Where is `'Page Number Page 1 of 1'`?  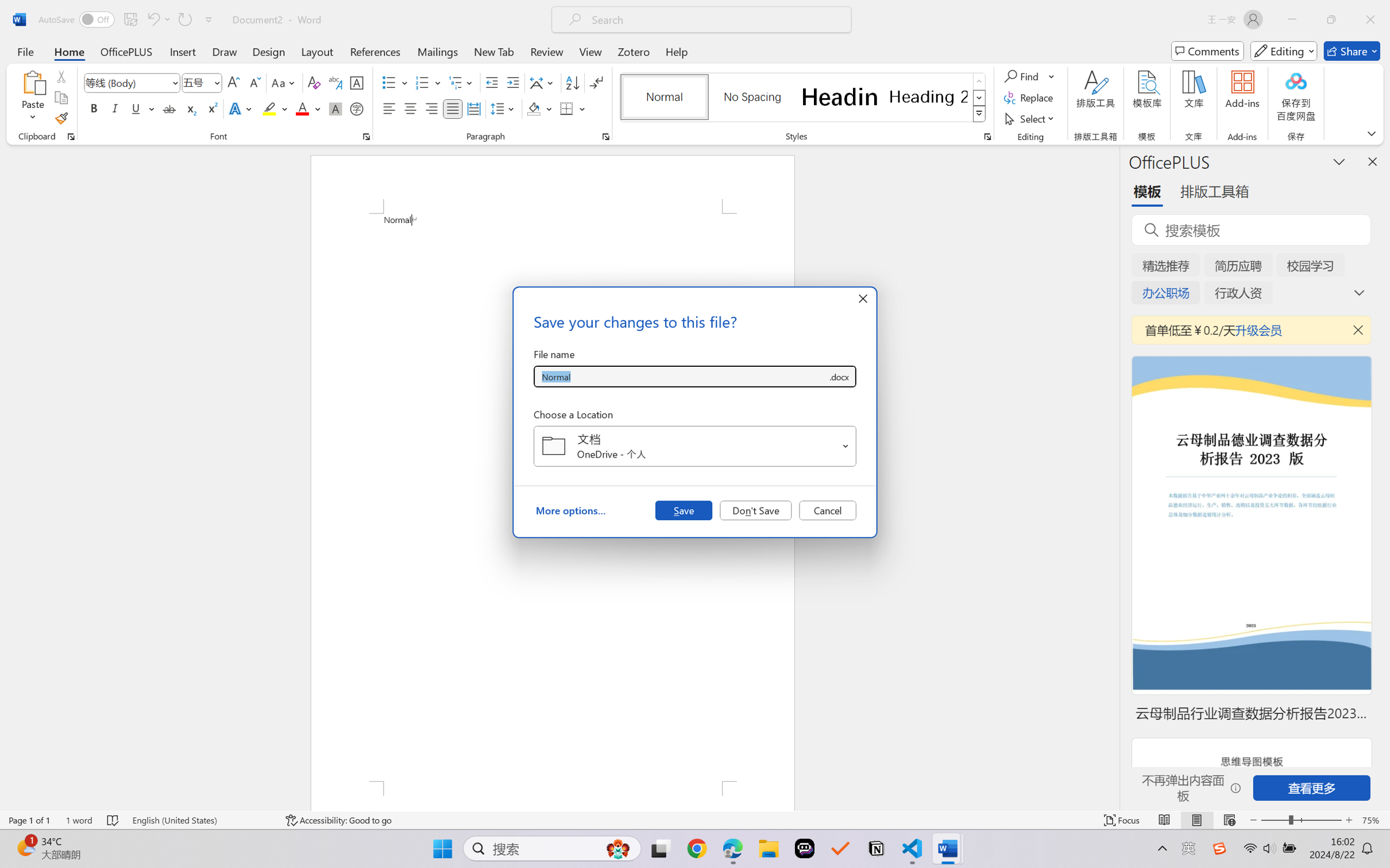
'Page Number Page 1 of 1' is located at coordinates (30, 820).